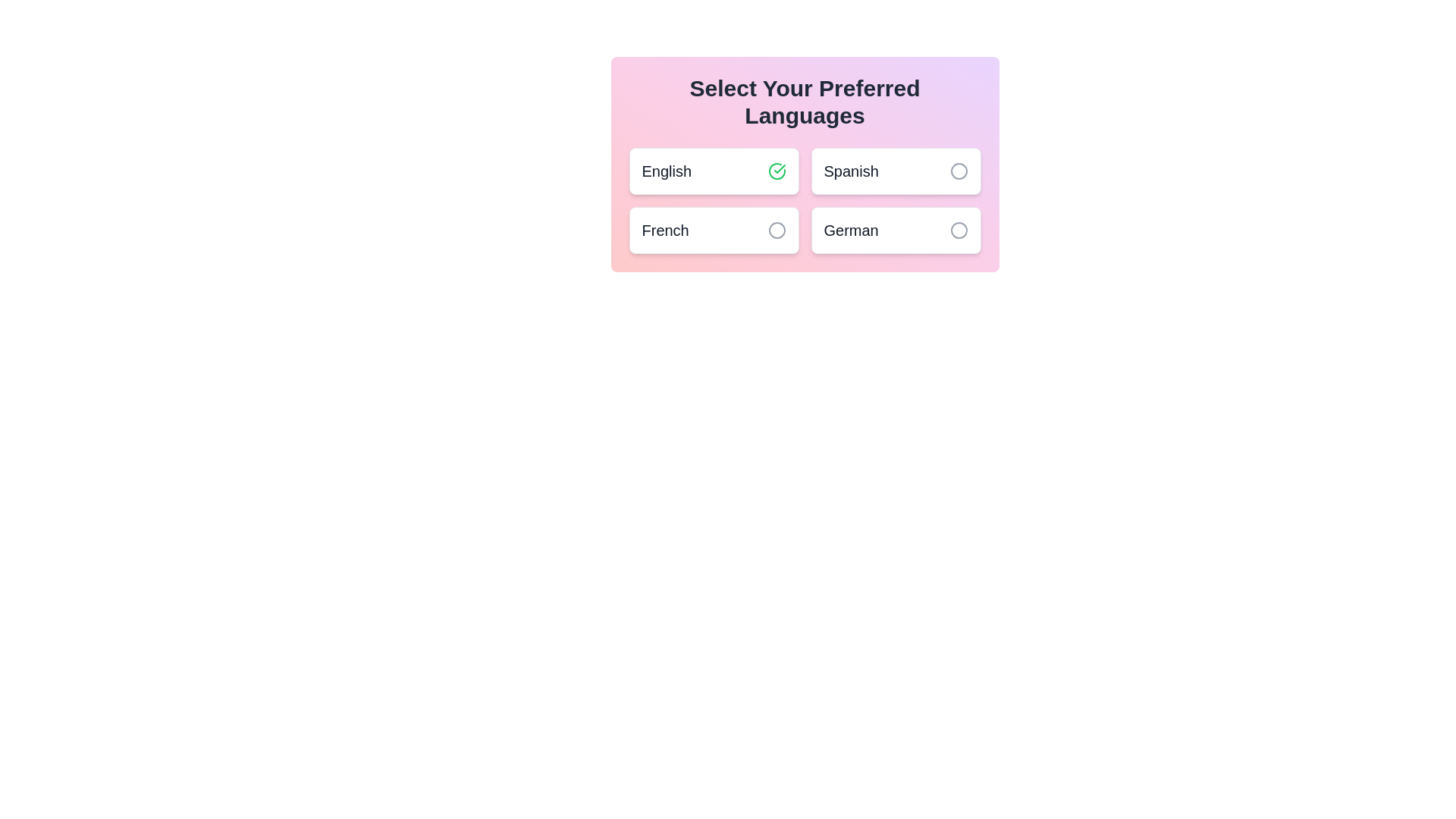 The image size is (1456, 819). I want to click on the language Spanish by clicking its associated button, so click(958, 171).